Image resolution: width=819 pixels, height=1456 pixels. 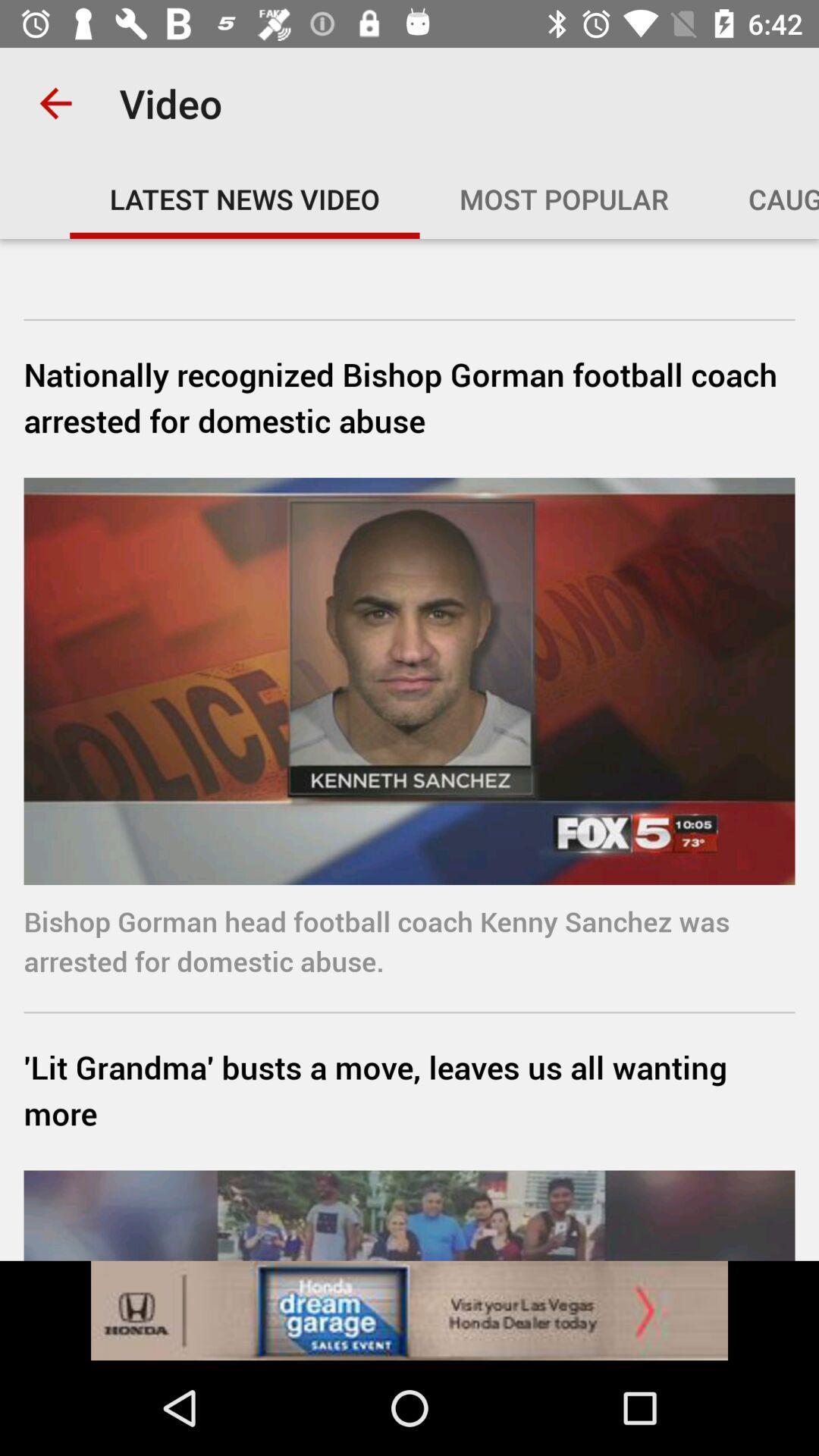 What do you see at coordinates (409, 1310) in the screenshot?
I see `click the advertisement` at bounding box center [409, 1310].